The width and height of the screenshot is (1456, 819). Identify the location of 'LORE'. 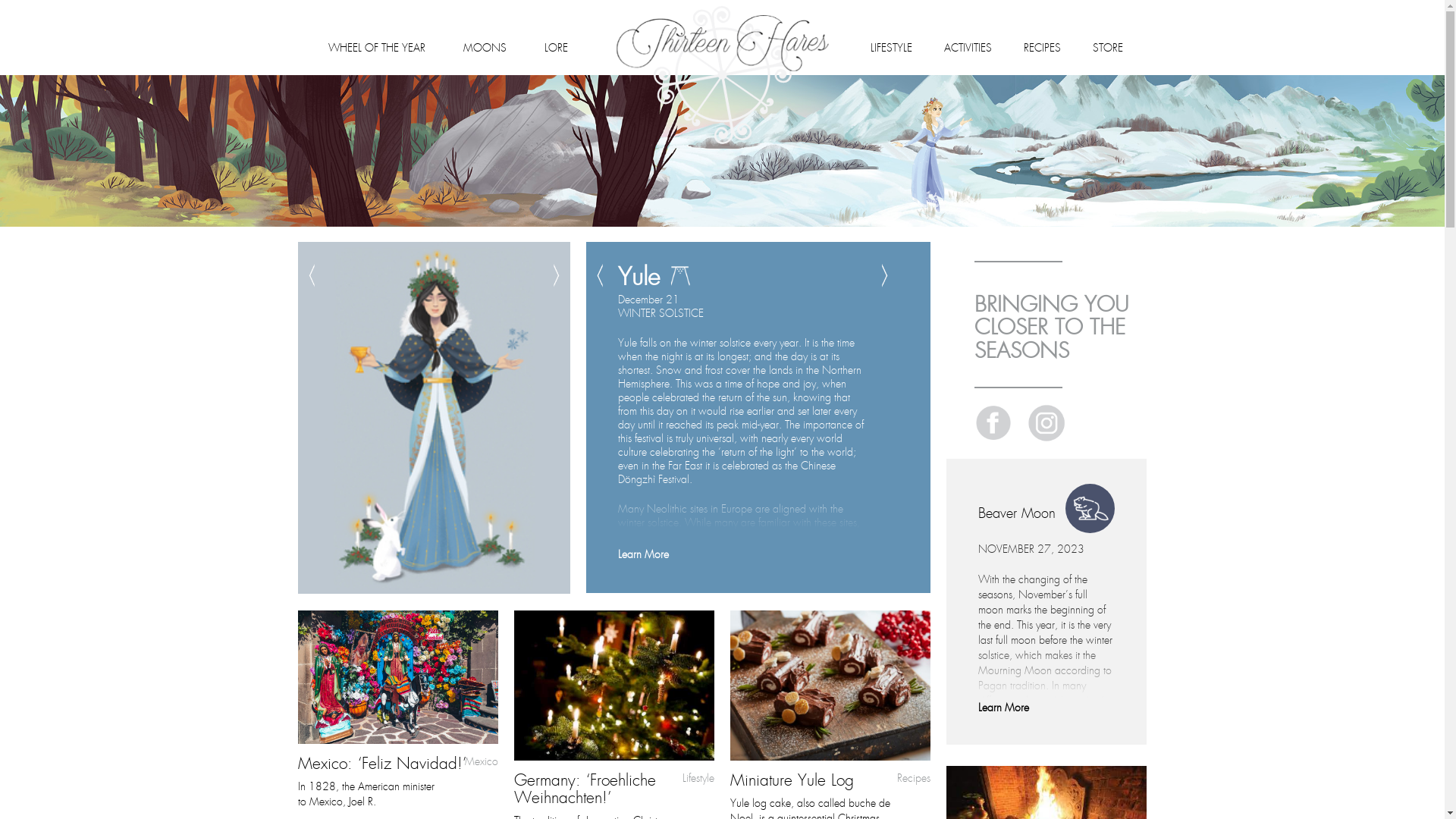
(544, 45).